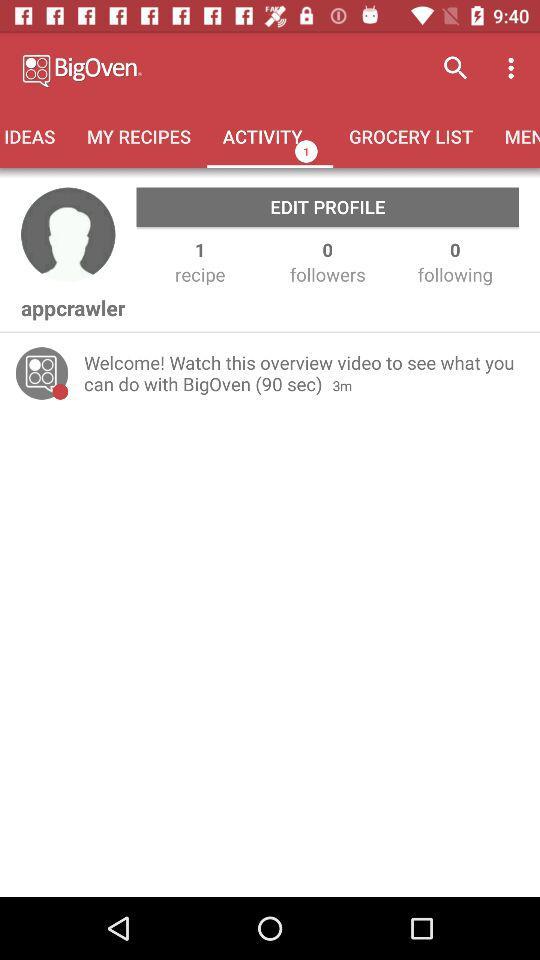 The height and width of the screenshot is (960, 540). I want to click on the search icon of the page, so click(456, 68).